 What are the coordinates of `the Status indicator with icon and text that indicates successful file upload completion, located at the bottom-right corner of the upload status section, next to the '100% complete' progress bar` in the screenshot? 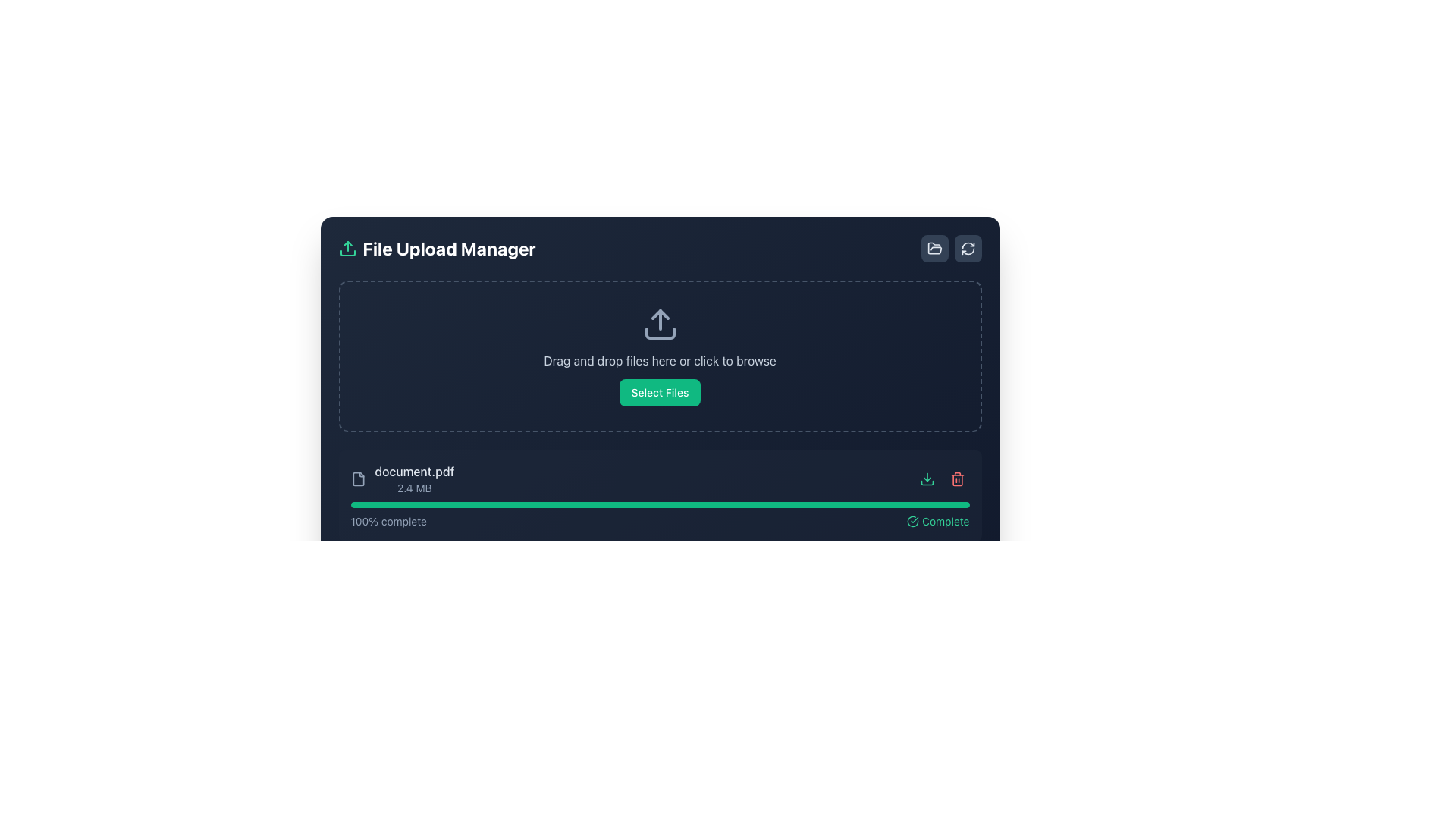 It's located at (937, 520).